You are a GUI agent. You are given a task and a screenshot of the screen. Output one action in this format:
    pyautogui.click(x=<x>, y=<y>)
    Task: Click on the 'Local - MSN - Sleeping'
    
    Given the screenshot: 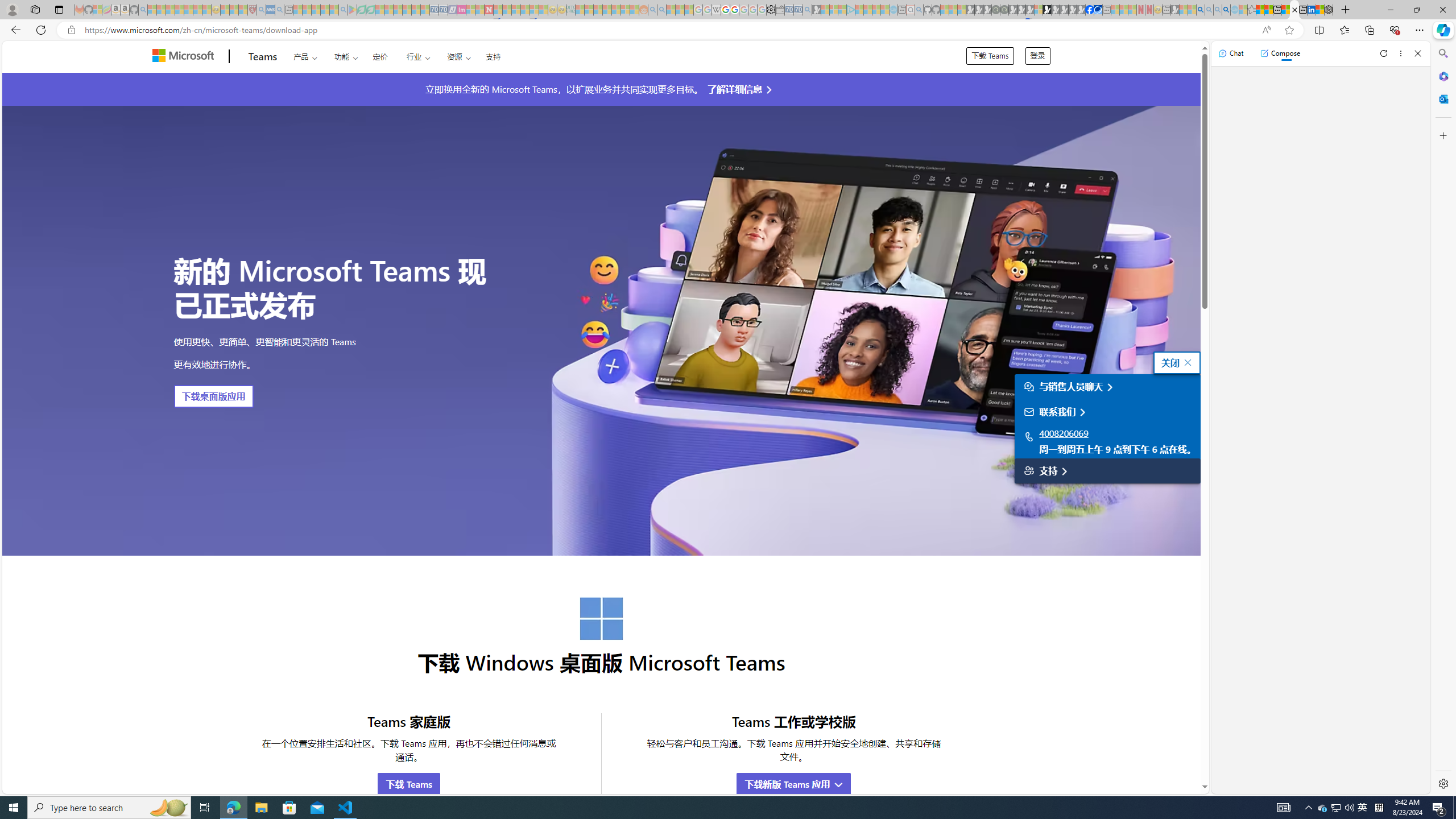 What is the action you would take?
    pyautogui.click(x=243, y=9)
    